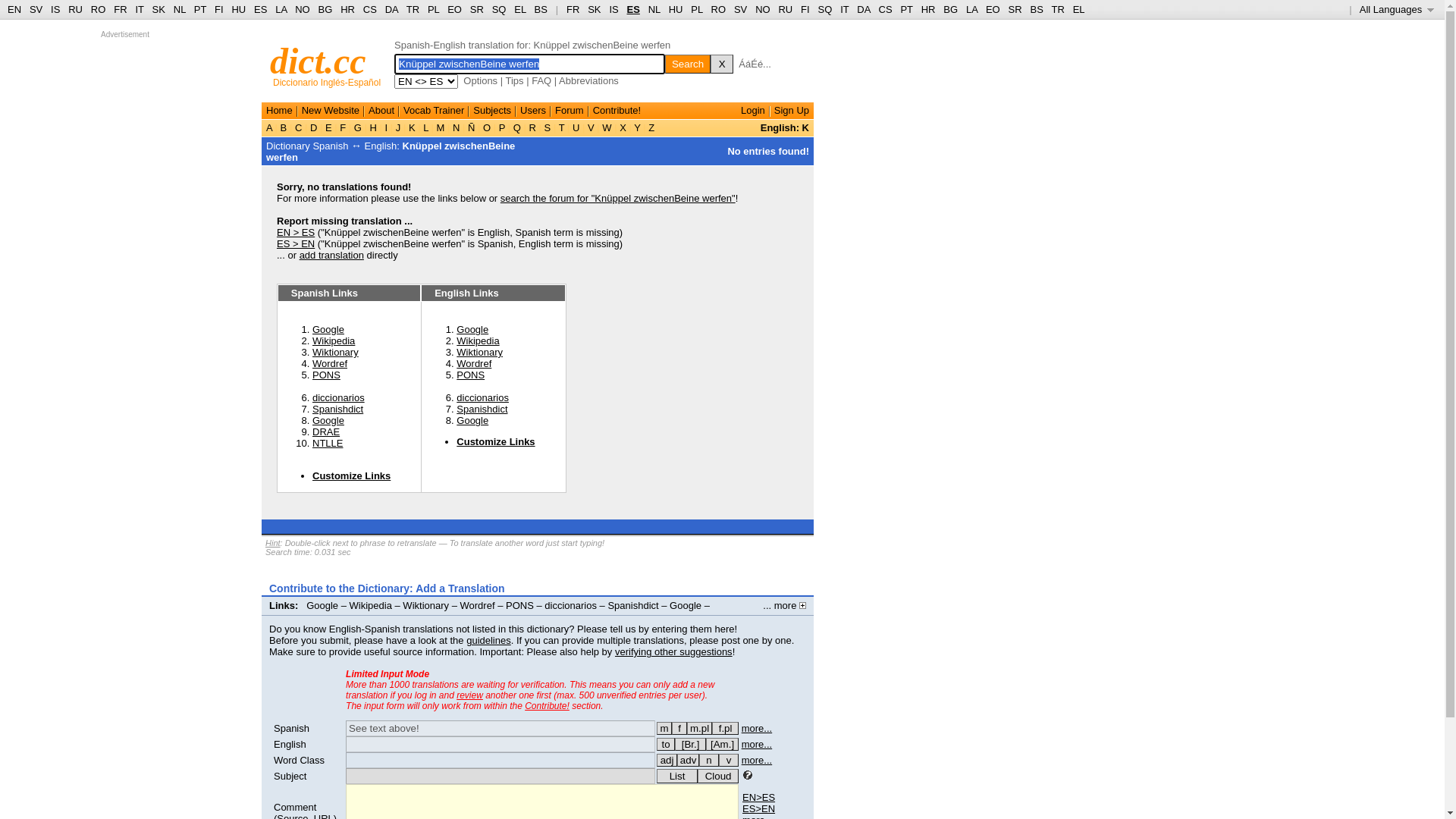 The image size is (1456, 819). Describe the element at coordinates (721, 743) in the screenshot. I see `'[Am.]'` at that location.